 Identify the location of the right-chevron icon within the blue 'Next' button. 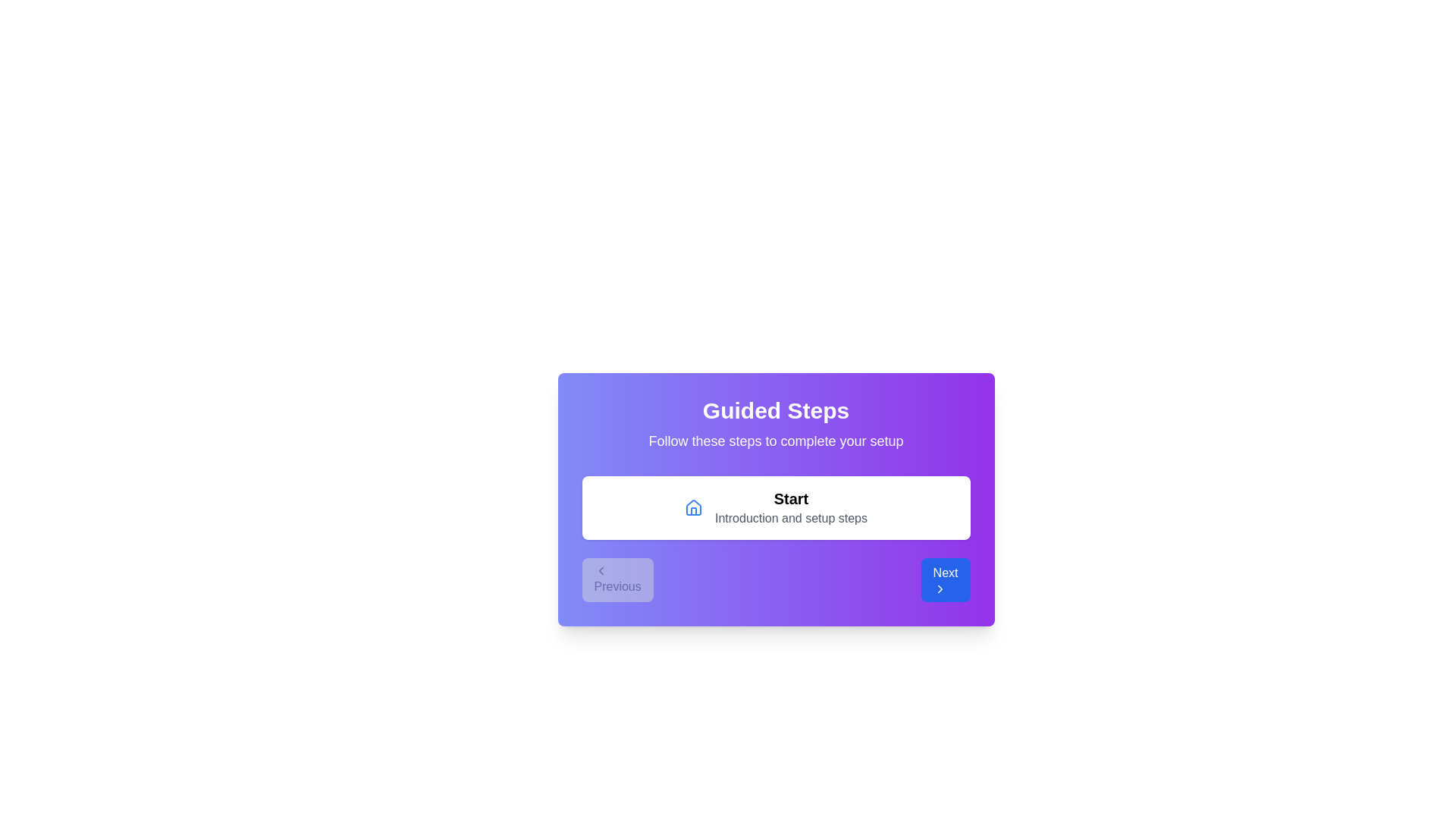
(939, 588).